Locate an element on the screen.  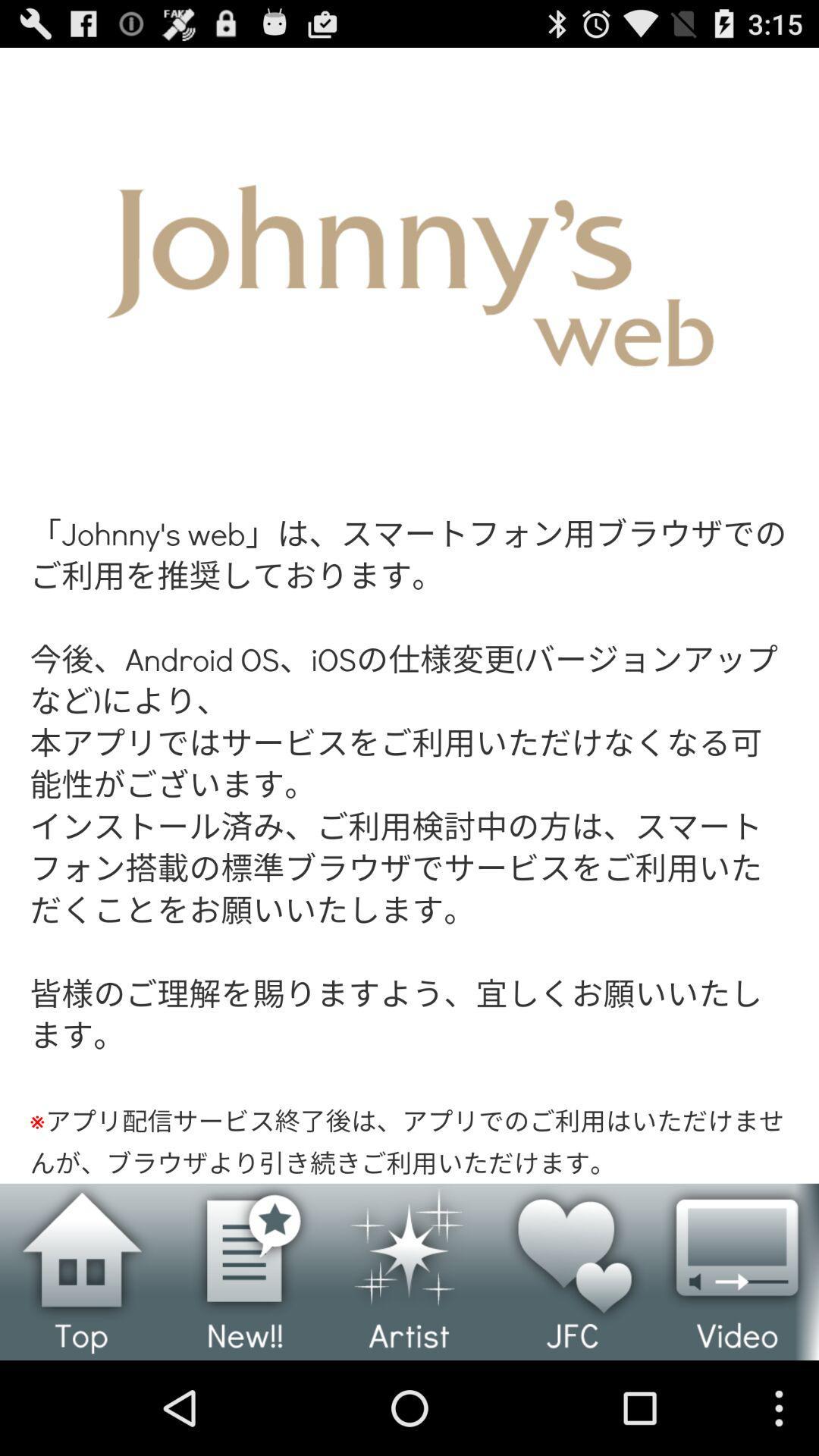
artist details is located at coordinates (409, 1272).